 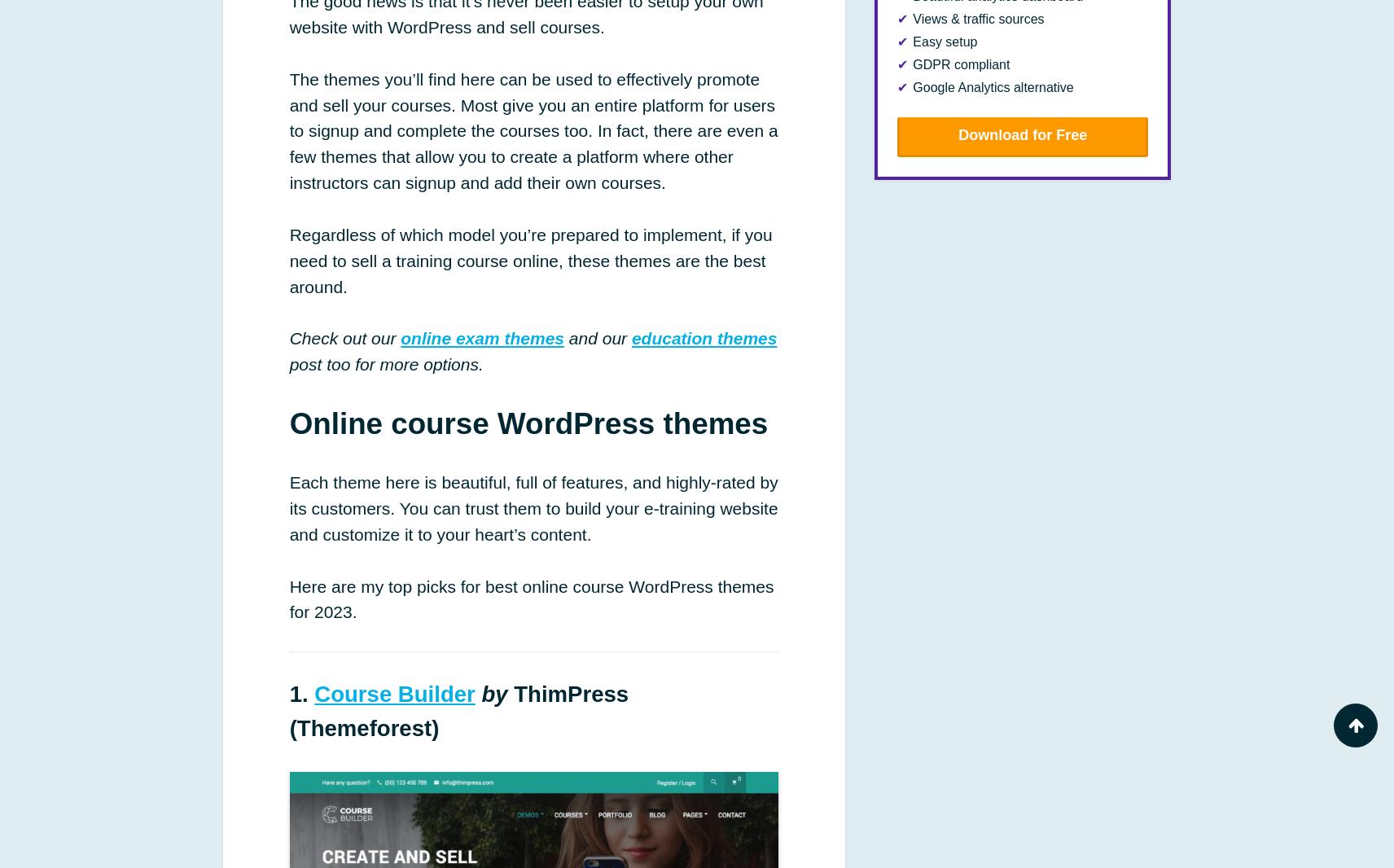 I want to click on 'The themes you’ll find here can be used to effectively promote and sell your courses. Most give you an entire platform for users to signup and complete the courses too. In fact, there are even a few themes that allow you to create a platform where other instructors can signup and add their own courses.', so click(x=533, y=129).